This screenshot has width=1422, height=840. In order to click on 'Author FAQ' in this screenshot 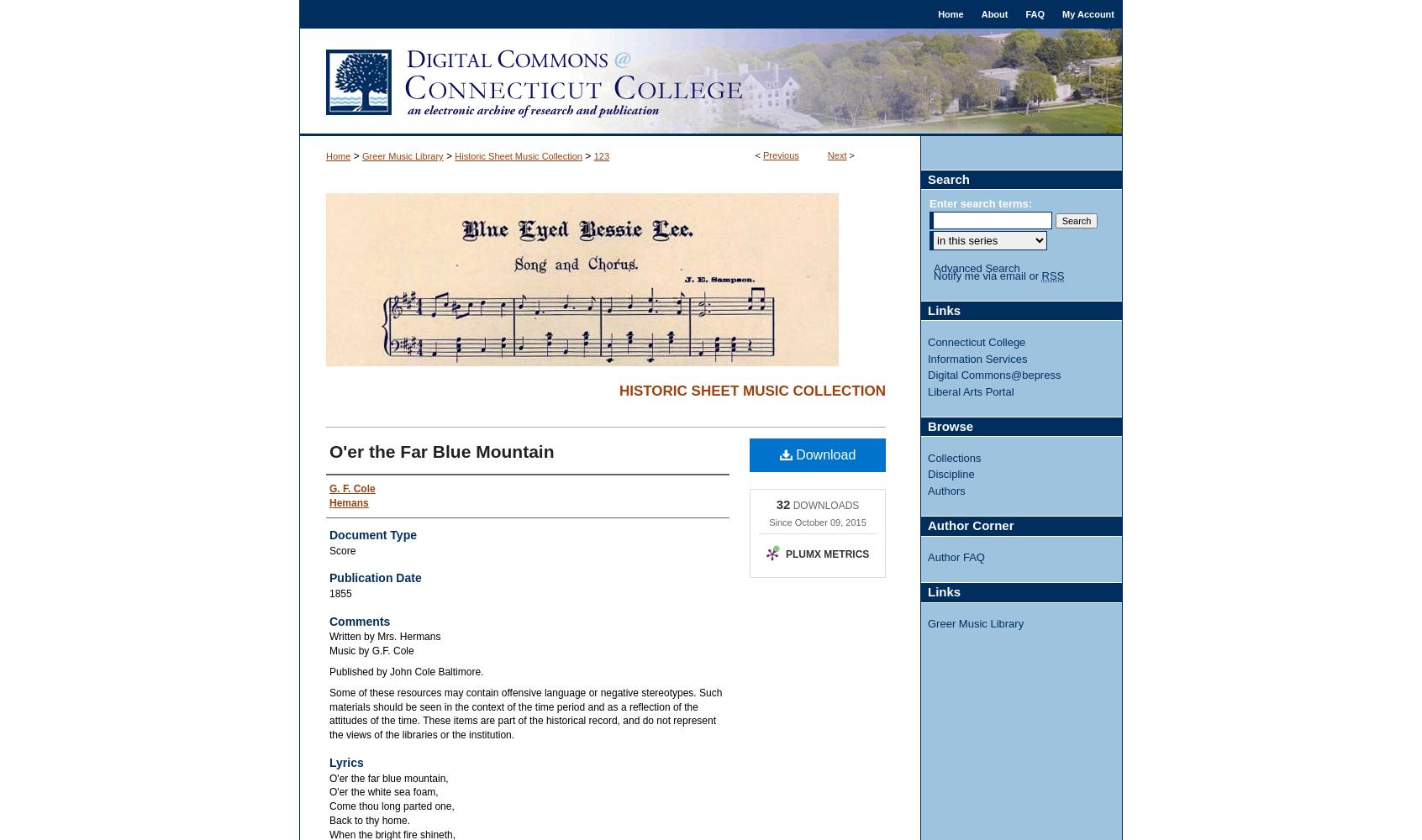, I will do `click(955, 557)`.